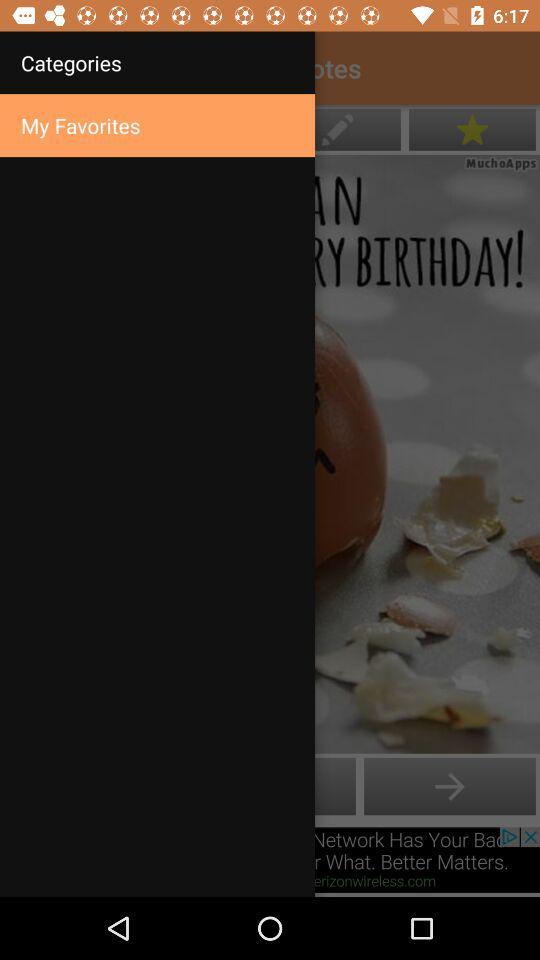 The height and width of the screenshot is (960, 540). Describe the element at coordinates (472, 128) in the screenshot. I see `the star icon` at that location.